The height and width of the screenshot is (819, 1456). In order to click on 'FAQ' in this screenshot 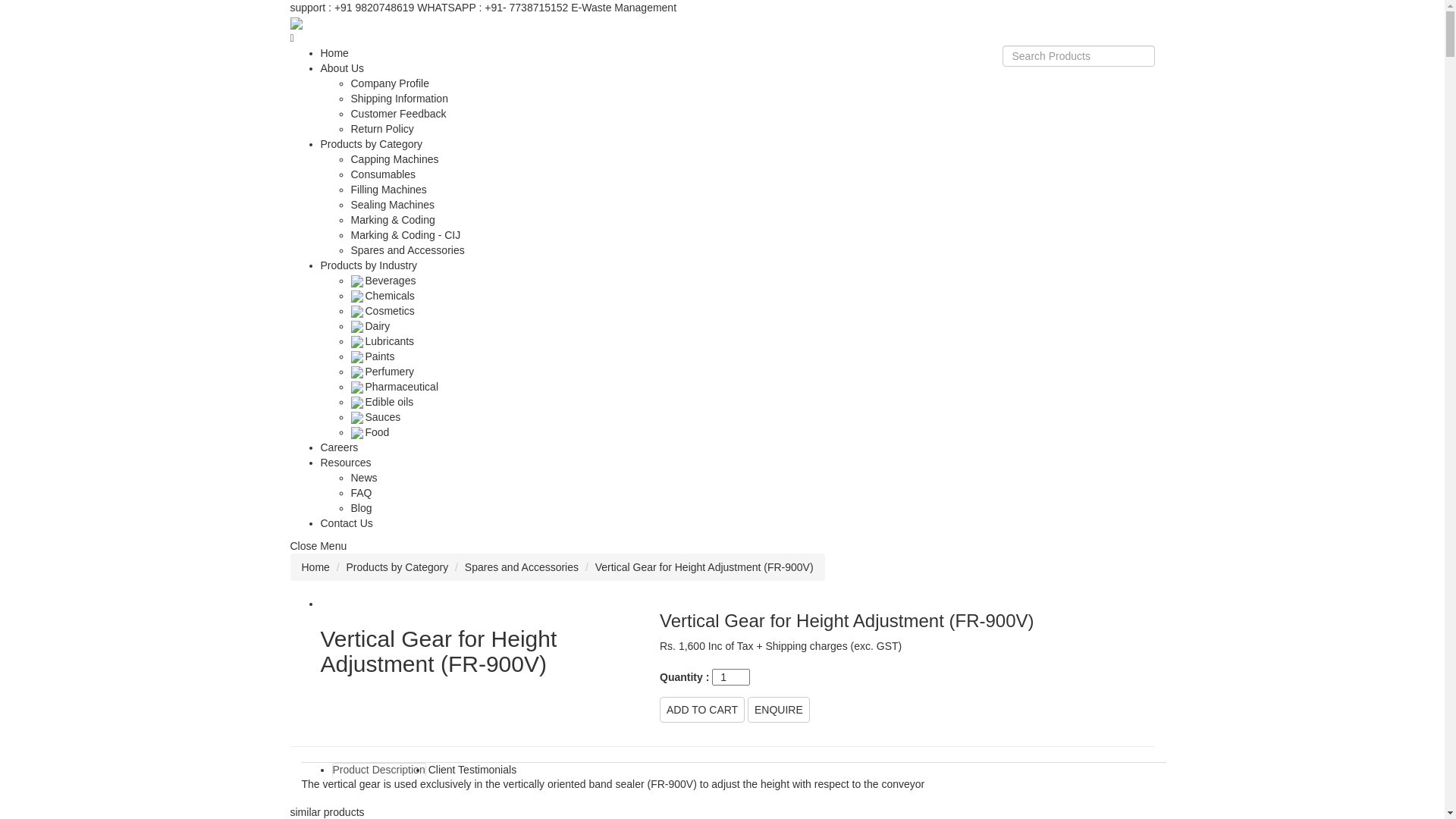, I will do `click(359, 493)`.